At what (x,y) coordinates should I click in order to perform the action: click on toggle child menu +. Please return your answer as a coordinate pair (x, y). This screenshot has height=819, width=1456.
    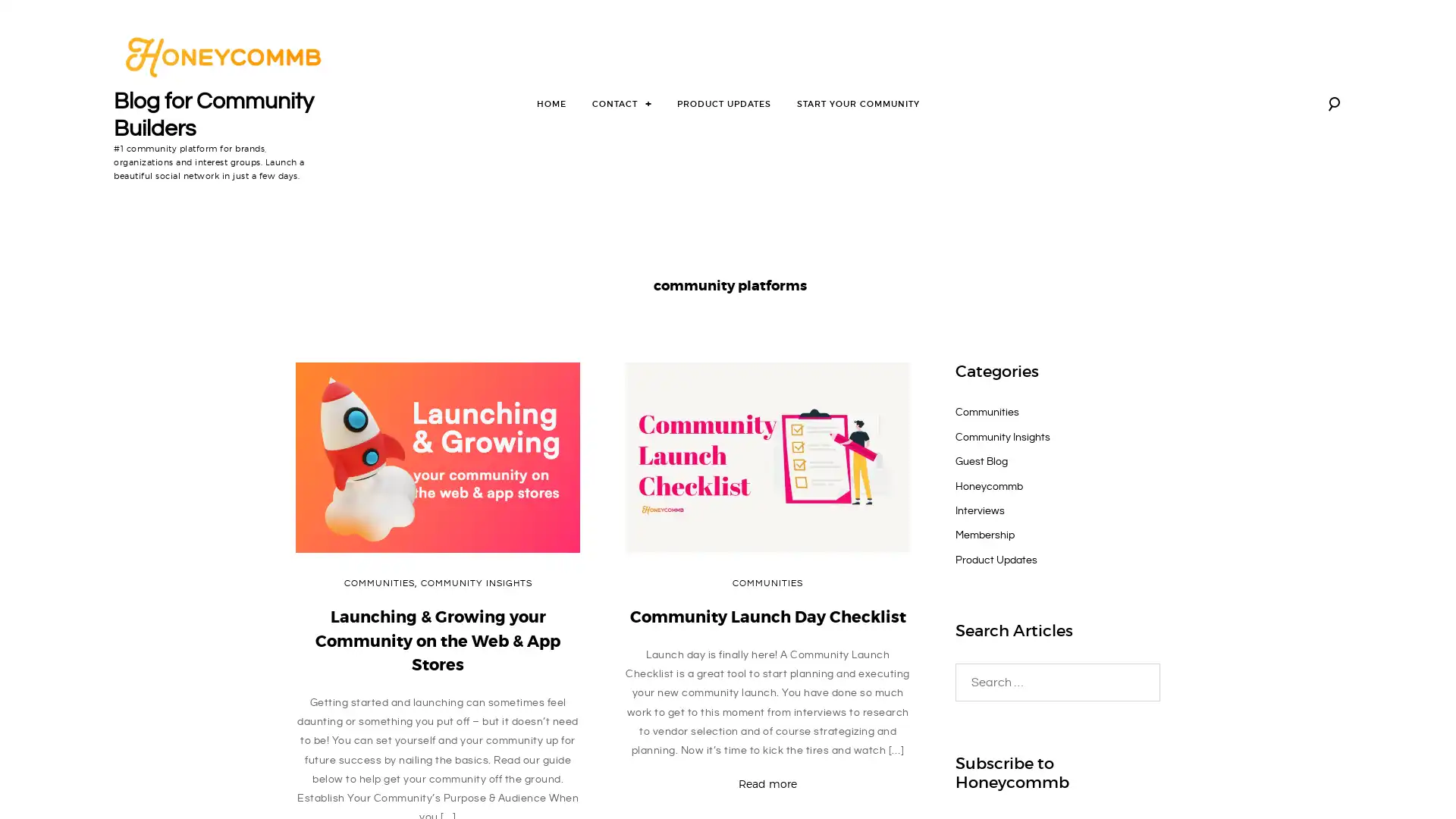
    Looking at the image, I should click on (648, 102).